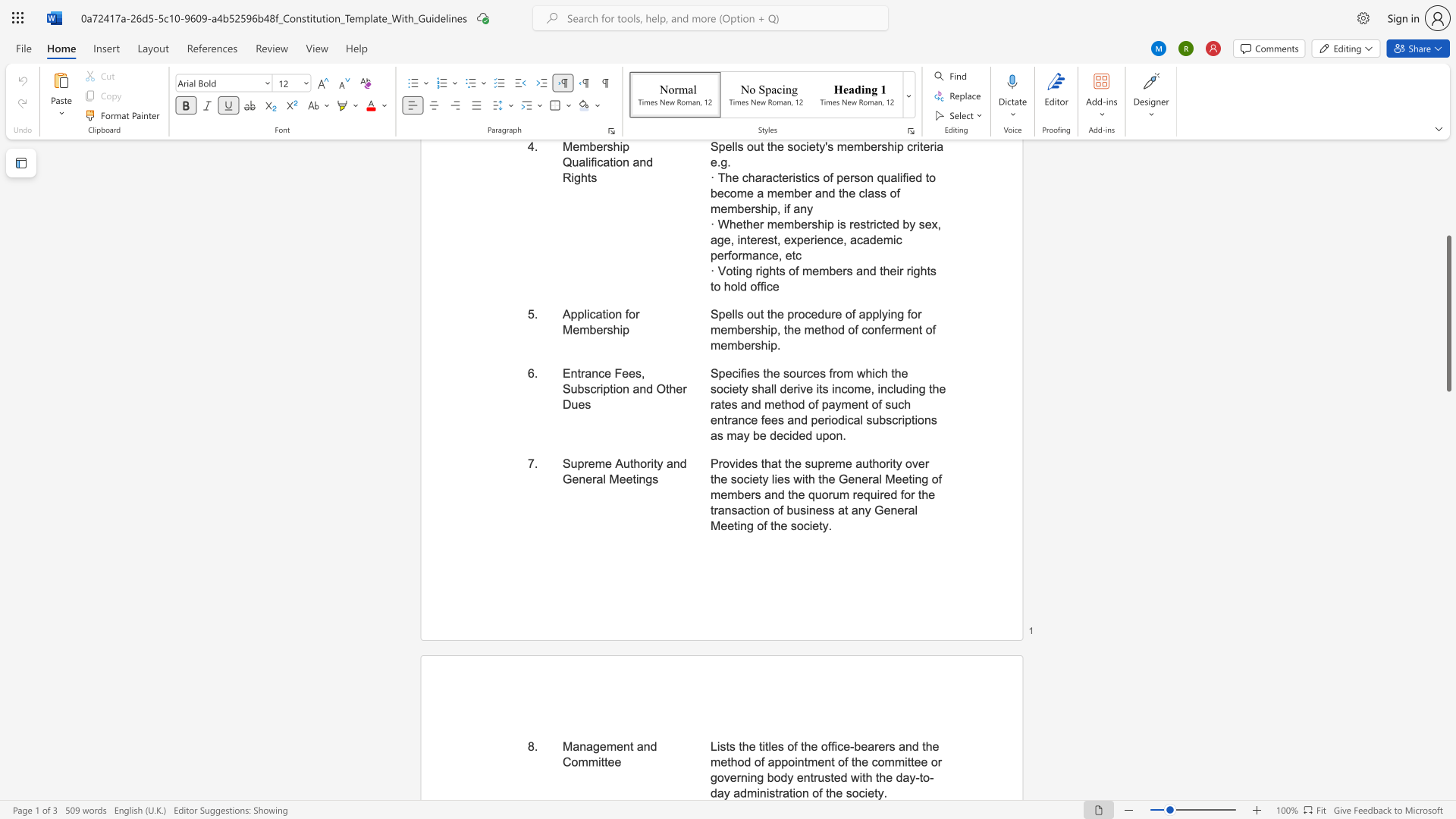 This screenshot has width=1456, height=819. What do you see at coordinates (762, 745) in the screenshot?
I see `the subset text "itles of the office-bearers and the method of appointment of the committee or governing body entrusted with the day-to-day adminis" within the text "Lists the titles of the office-bearers and the method of appointment of the committee or governing body entrusted with the day-to-day administration of the society."` at bounding box center [762, 745].